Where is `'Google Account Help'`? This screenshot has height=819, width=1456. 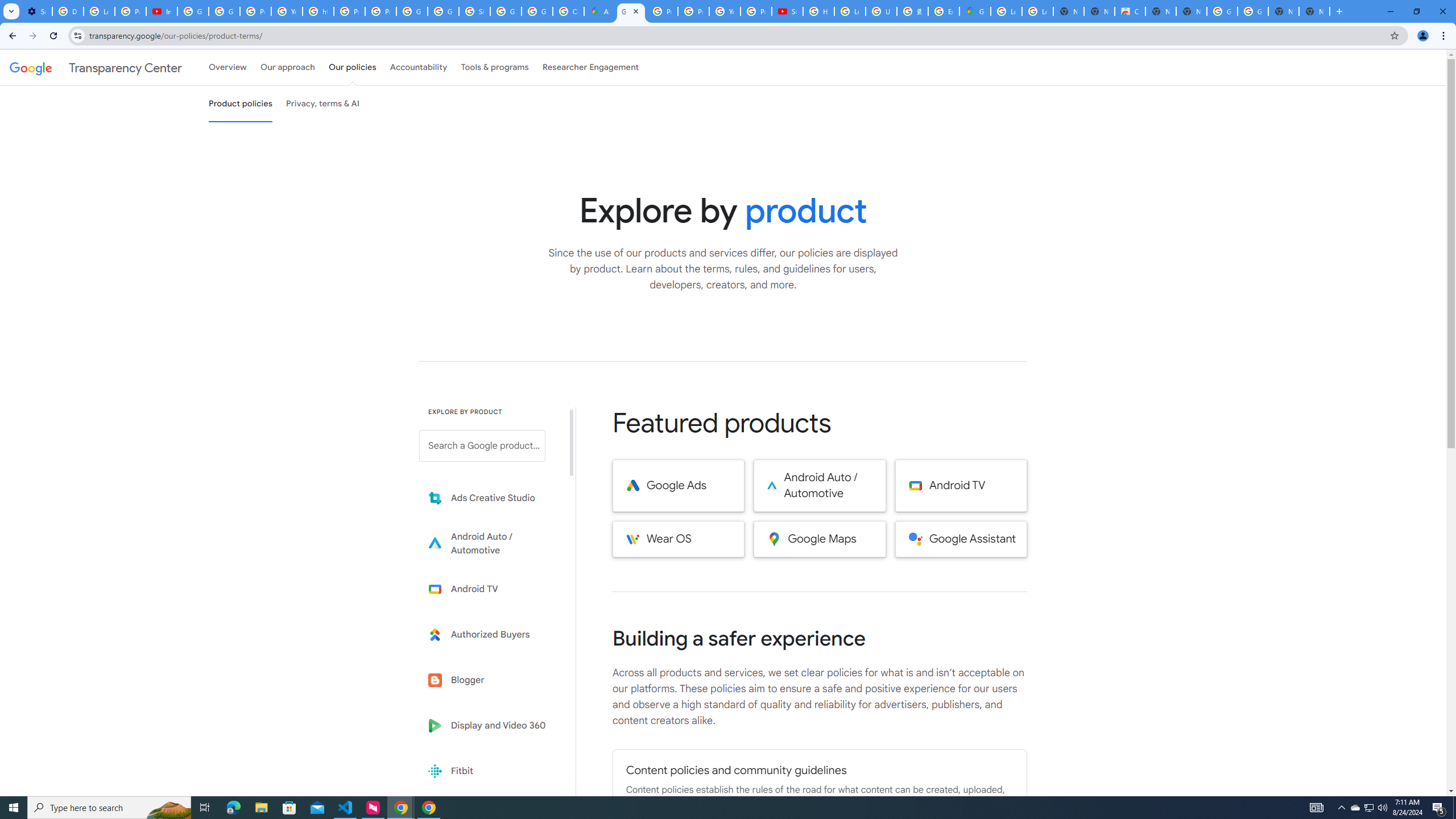 'Google Account Help' is located at coordinates (192, 11).